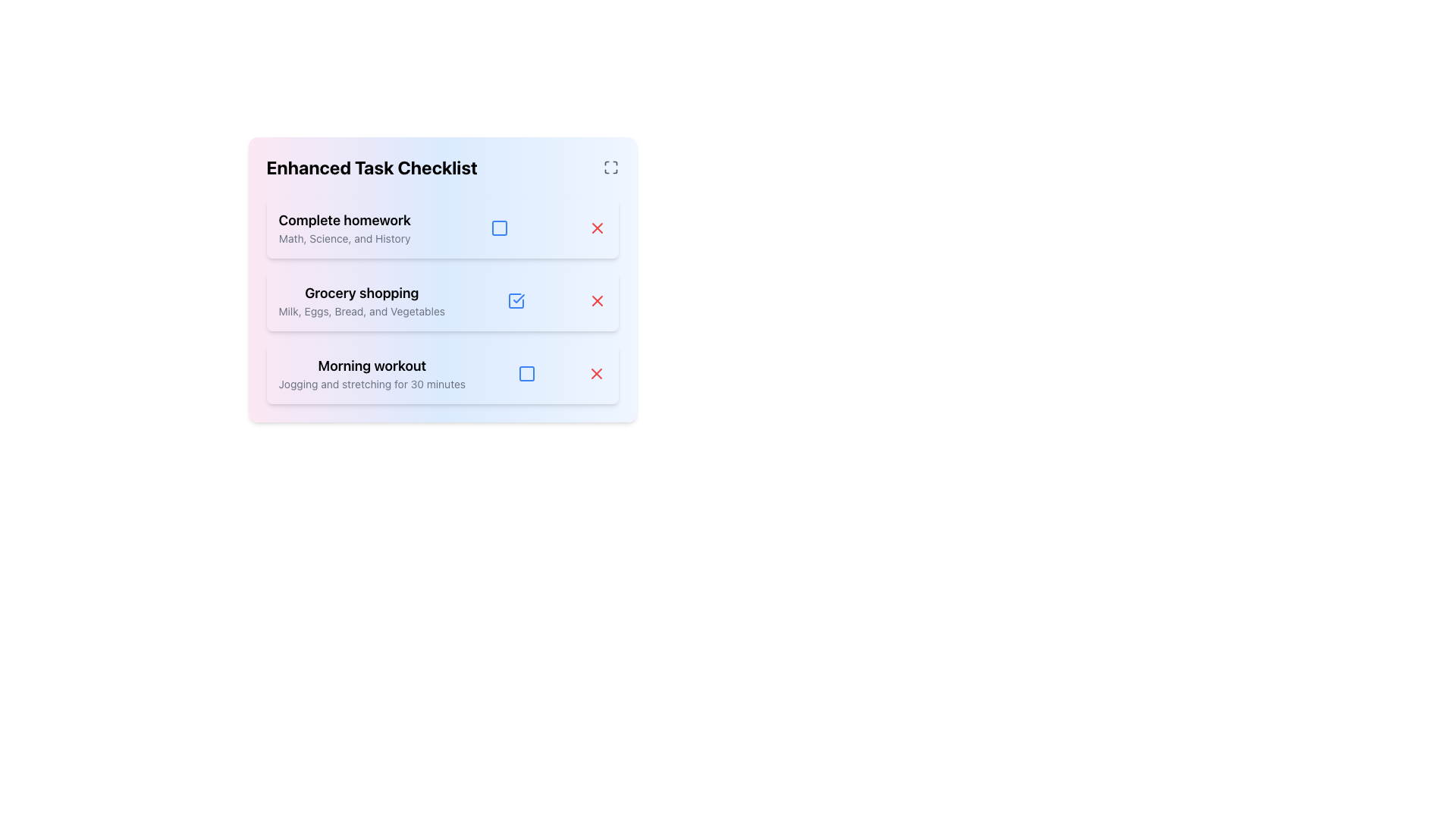 This screenshot has height=819, width=1456. Describe the element at coordinates (596, 374) in the screenshot. I see `the delete button located at the rightmost position in the row for the 'Morning workout' task` at that location.